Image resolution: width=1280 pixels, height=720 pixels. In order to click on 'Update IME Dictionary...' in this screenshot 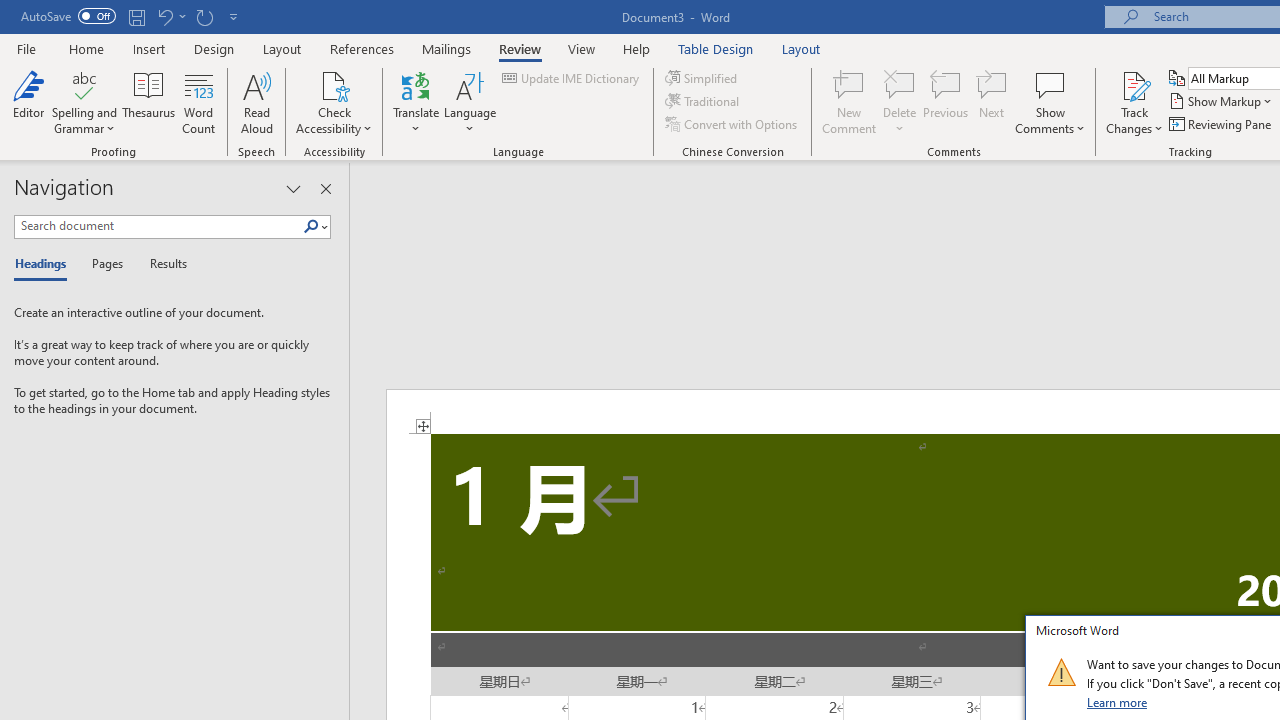, I will do `click(571, 77)`.